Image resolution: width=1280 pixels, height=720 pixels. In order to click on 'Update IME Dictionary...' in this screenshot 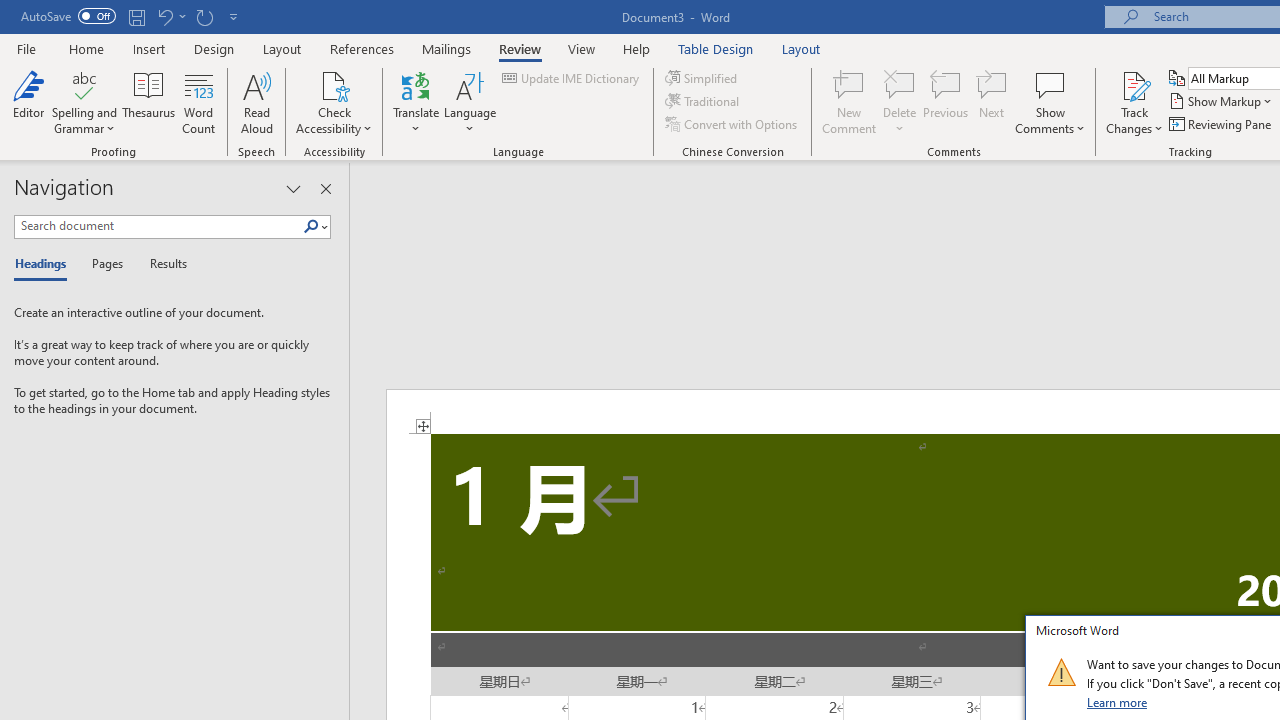, I will do `click(571, 77)`.